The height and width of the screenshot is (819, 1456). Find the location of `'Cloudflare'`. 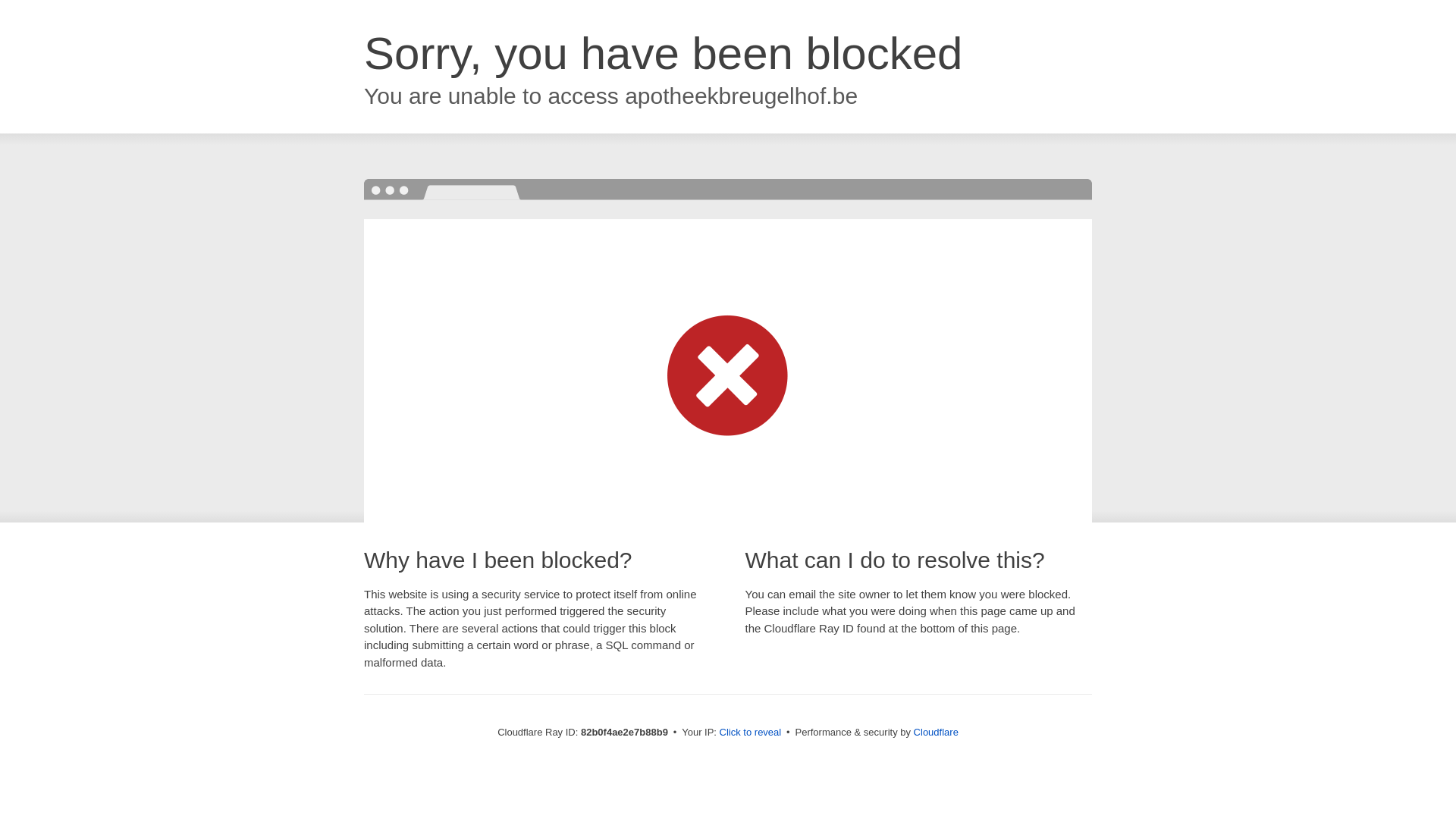

'Cloudflare' is located at coordinates (935, 731).